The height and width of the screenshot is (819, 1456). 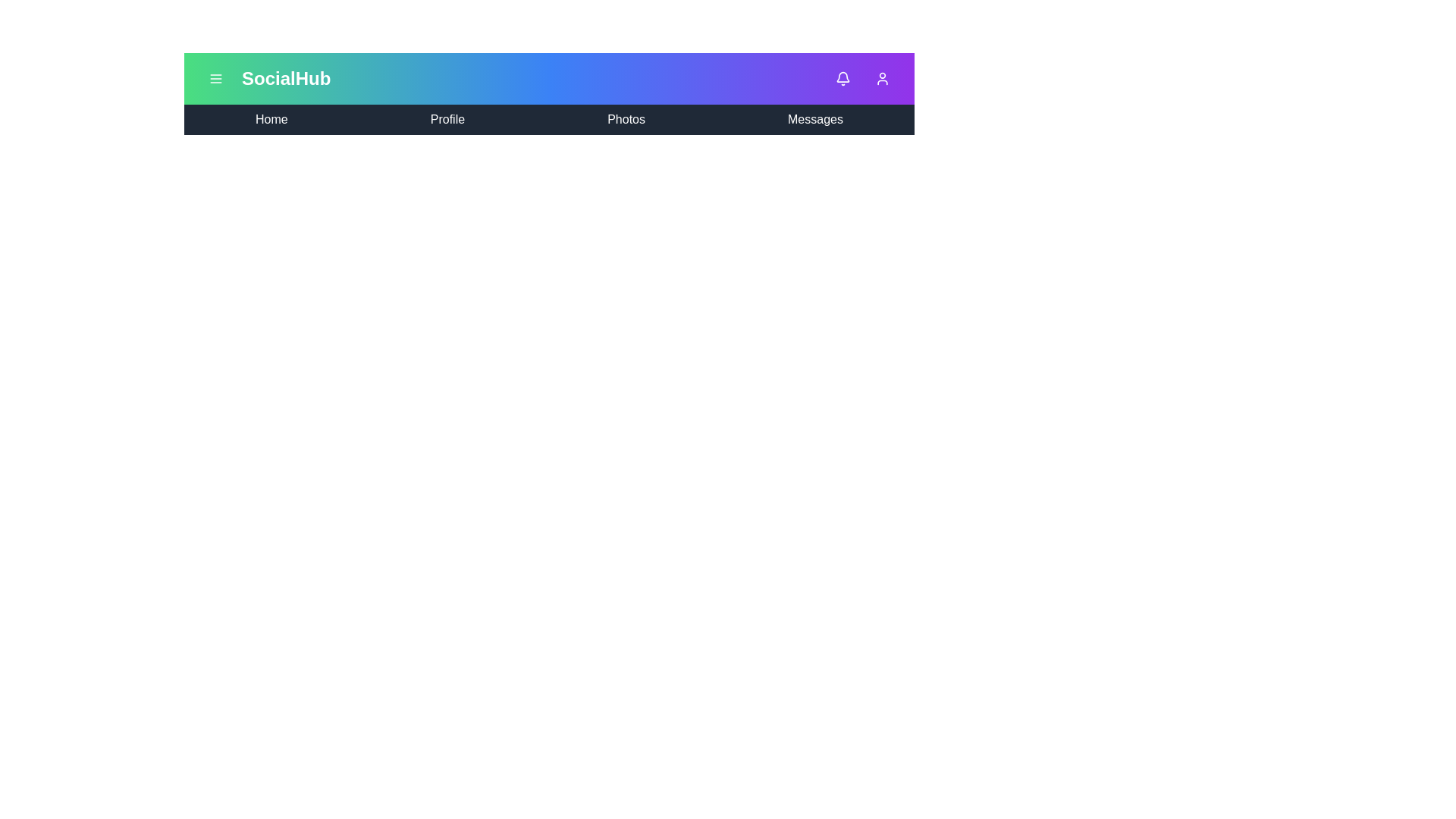 I want to click on the navigation item Messages to navigate to the corresponding section, so click(x=814, y=119).